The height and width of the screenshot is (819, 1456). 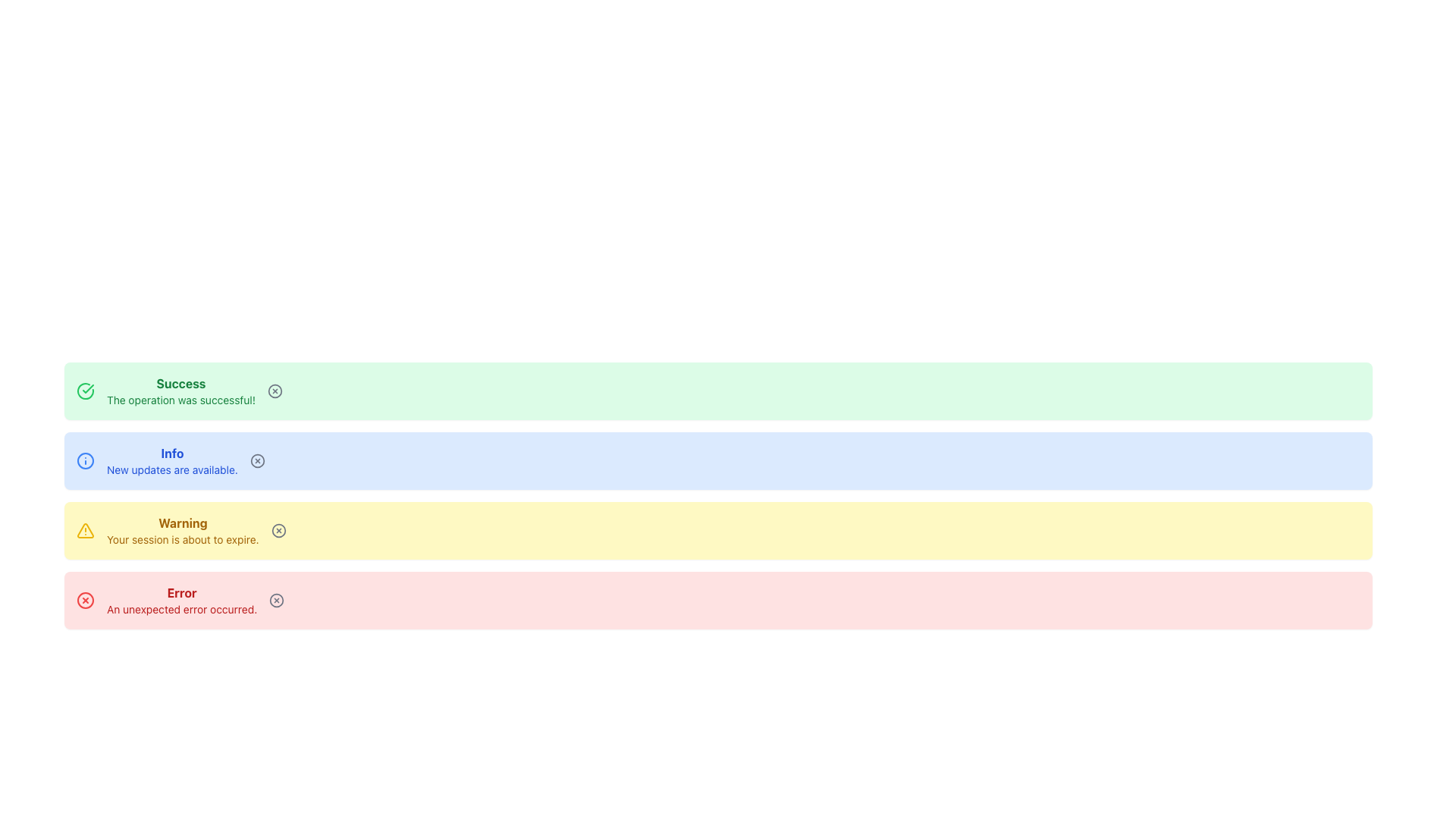 What do you see at coordinates (182, 592) in the screenshot?
I see `text of the error message header located at the top-left corner of the red notification box` at bounding box center [182, 592].